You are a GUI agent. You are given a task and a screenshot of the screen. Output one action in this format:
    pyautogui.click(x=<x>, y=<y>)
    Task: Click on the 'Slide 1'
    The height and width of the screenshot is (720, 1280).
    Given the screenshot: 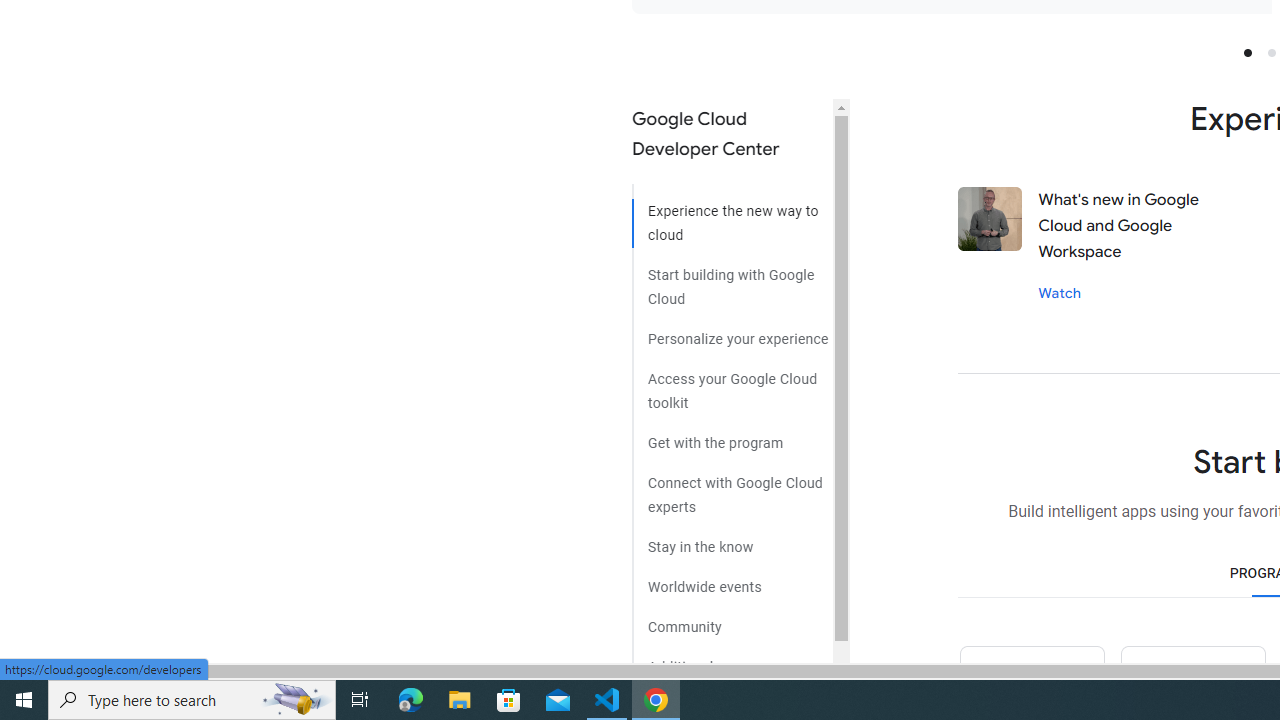 What is the action you would take?
    pyautogui.click(x=1246, y=51)
    